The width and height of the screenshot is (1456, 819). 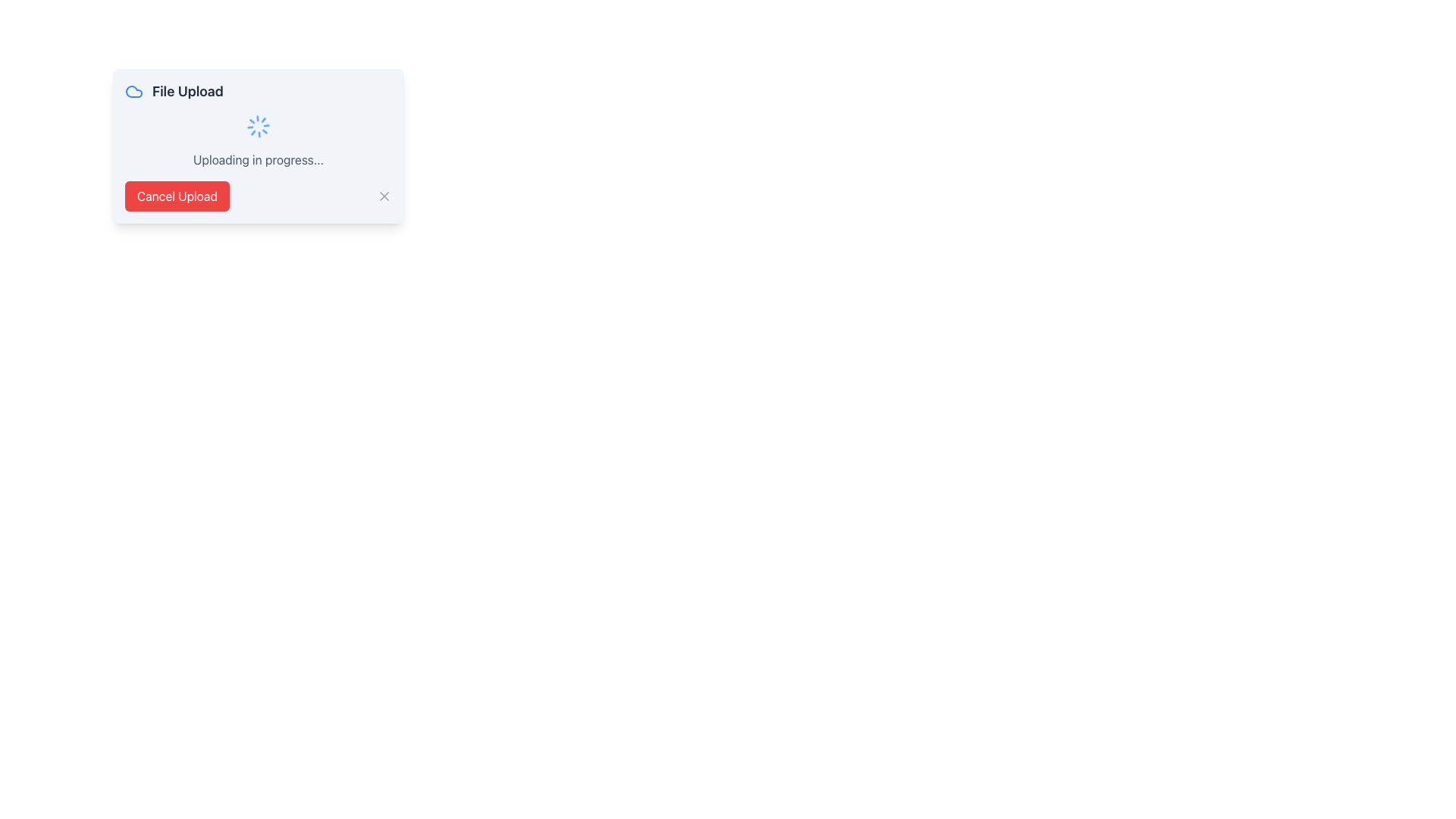 What do you see at coordinates (187, 91) in the screenshot?
I see `the 'File Upload' text label, which is displayed in bold, large dark gray font and positioned to the right of a blue cloud icon` at bounding box center [187, 91].